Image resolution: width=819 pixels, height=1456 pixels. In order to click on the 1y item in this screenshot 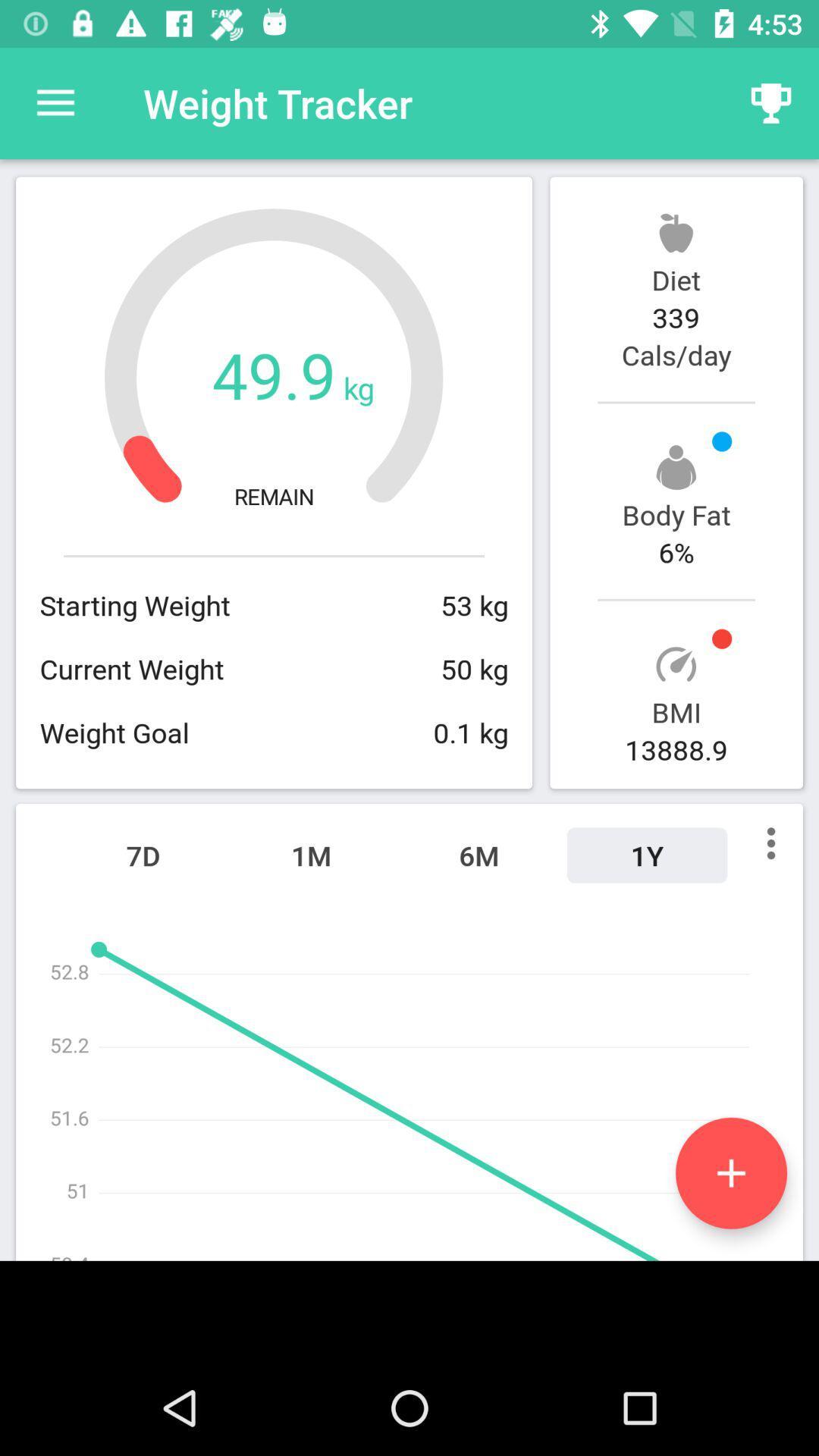, I will do `click(647, 855)`.